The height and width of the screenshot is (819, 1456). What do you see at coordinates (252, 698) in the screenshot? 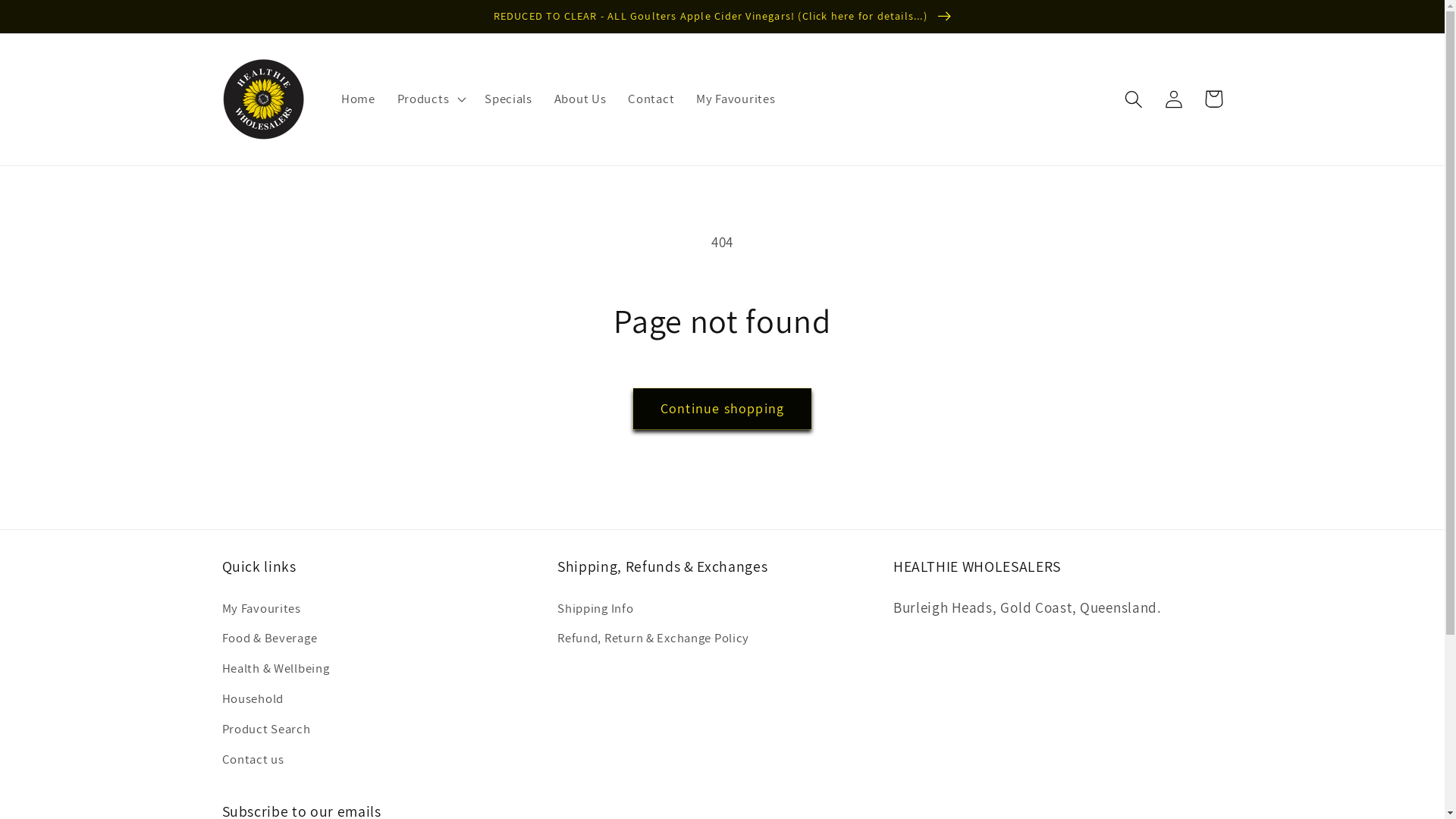
I see `'Household'` at bounding box center [252, 698].